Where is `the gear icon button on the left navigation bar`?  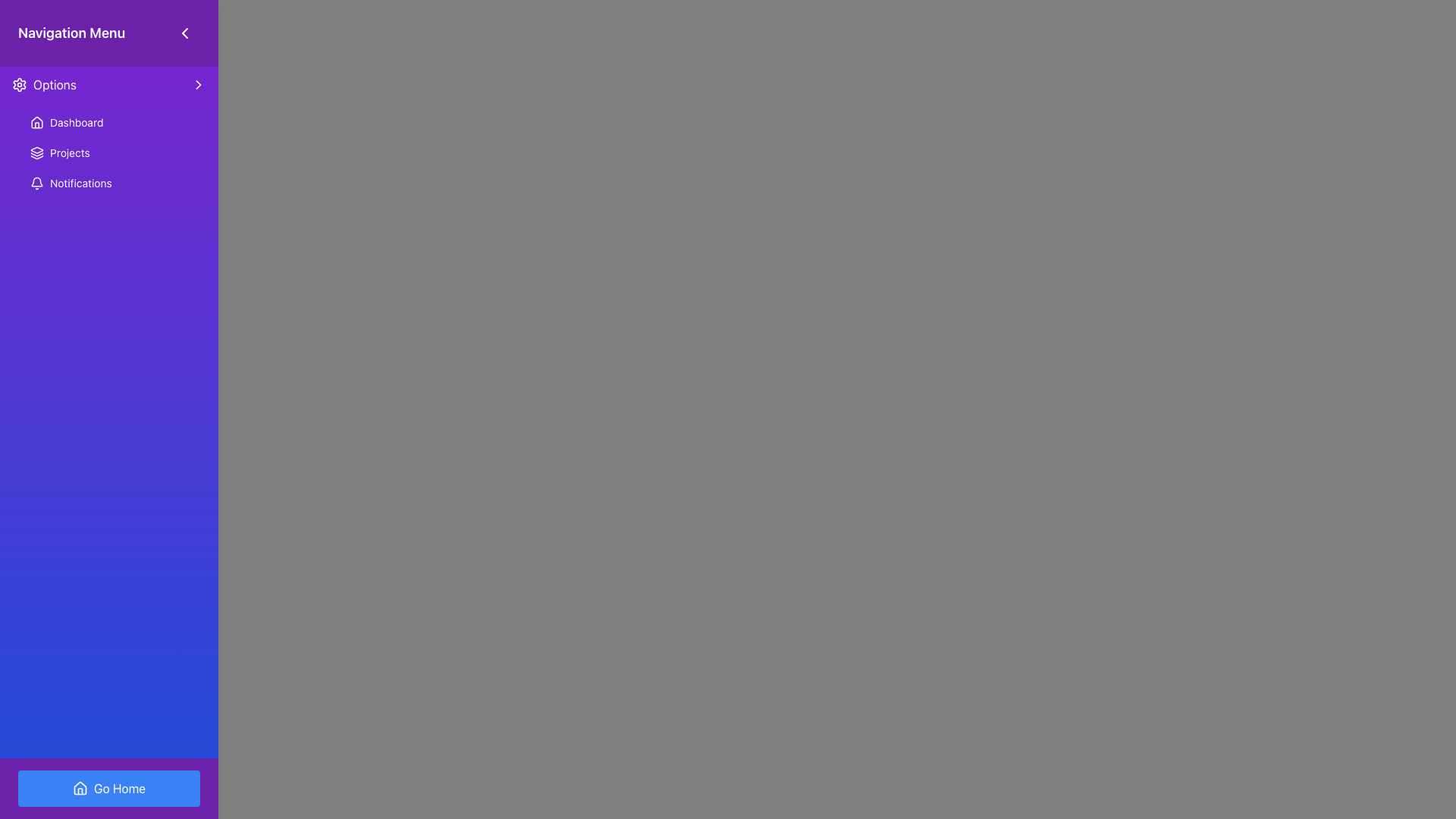
the gear icon button on the left navigation bar is located at coordinates (19, 84).